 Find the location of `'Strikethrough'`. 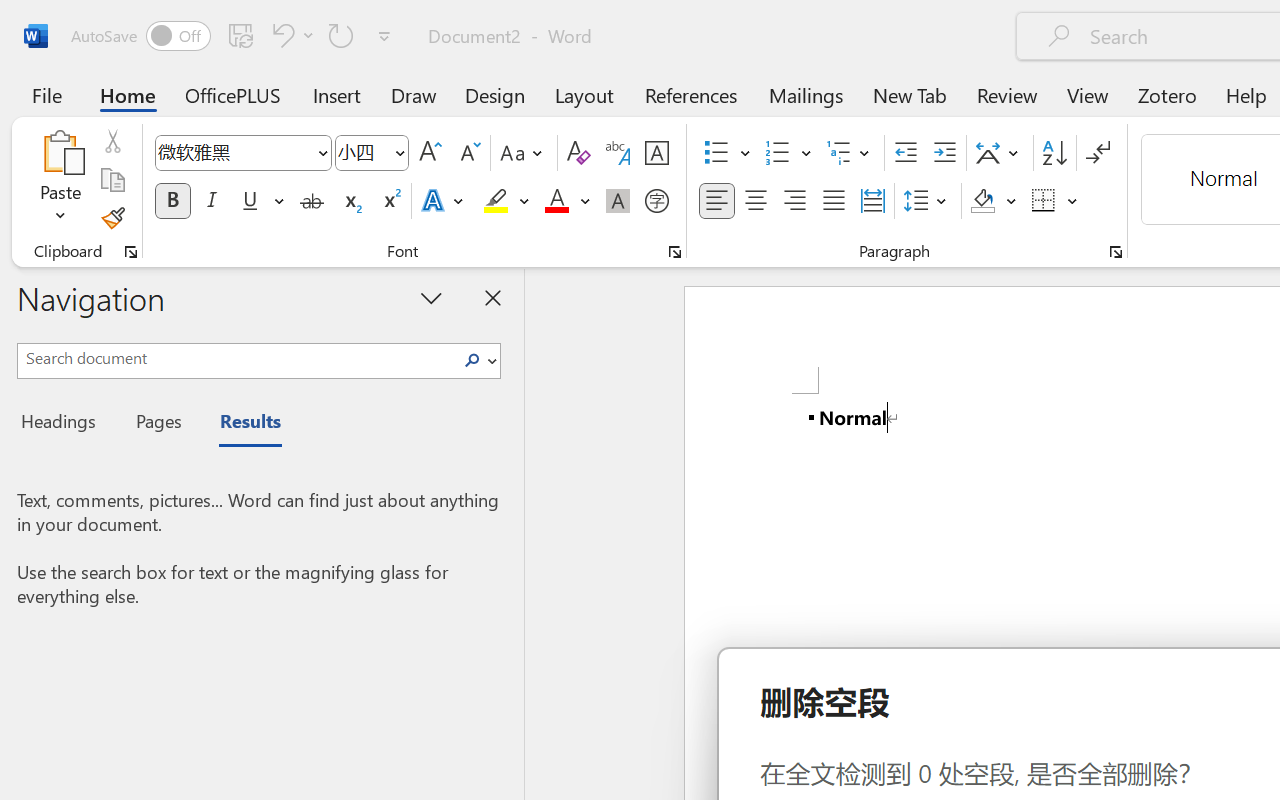

'Strikethrough' is located at coordinates (311, 201).